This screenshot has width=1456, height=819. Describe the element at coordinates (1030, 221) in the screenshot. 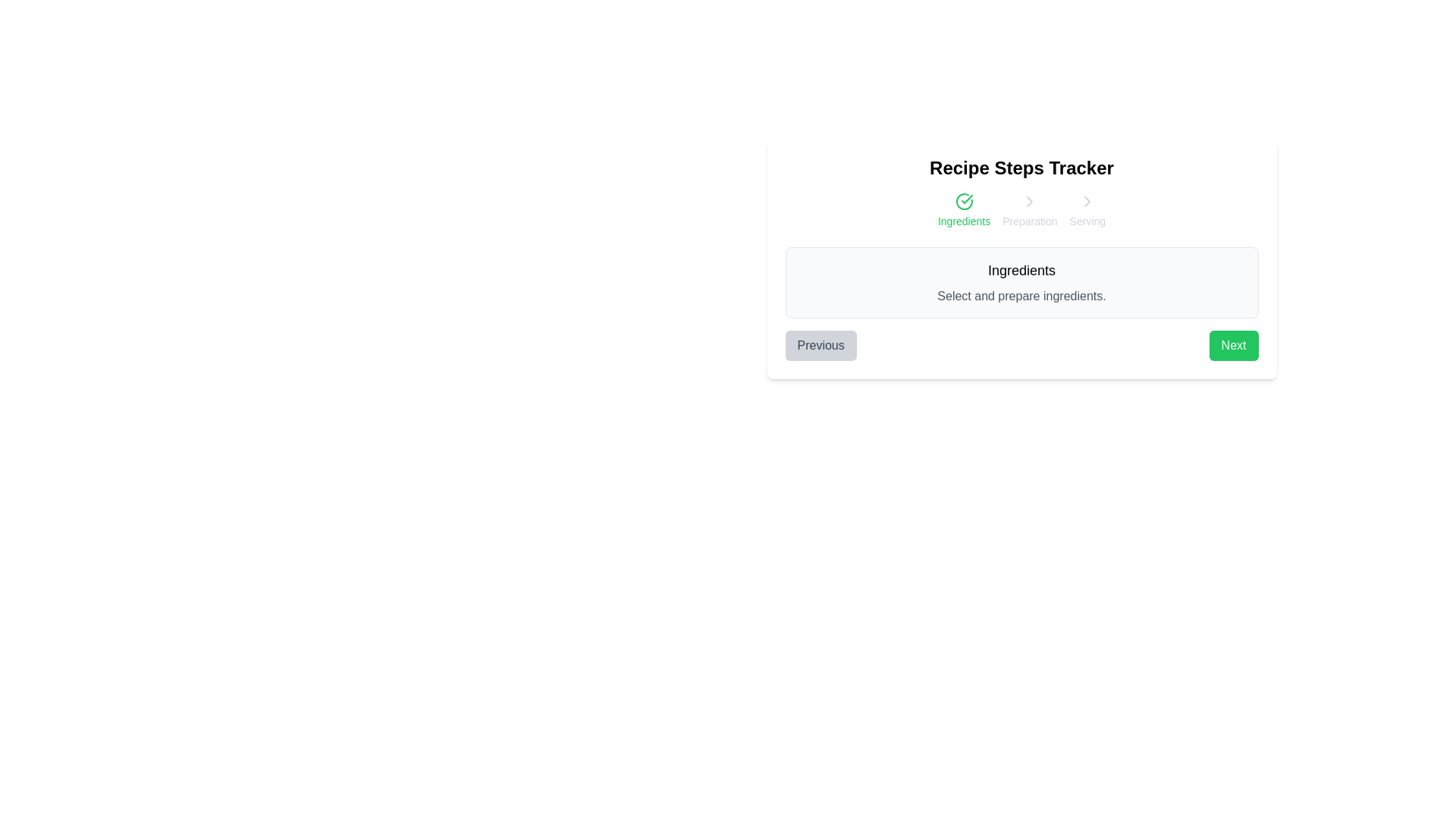

I see `the 'Preparation' step text label in the step navigation bar, which indicates the current task in the recipe preparation process` at that location.